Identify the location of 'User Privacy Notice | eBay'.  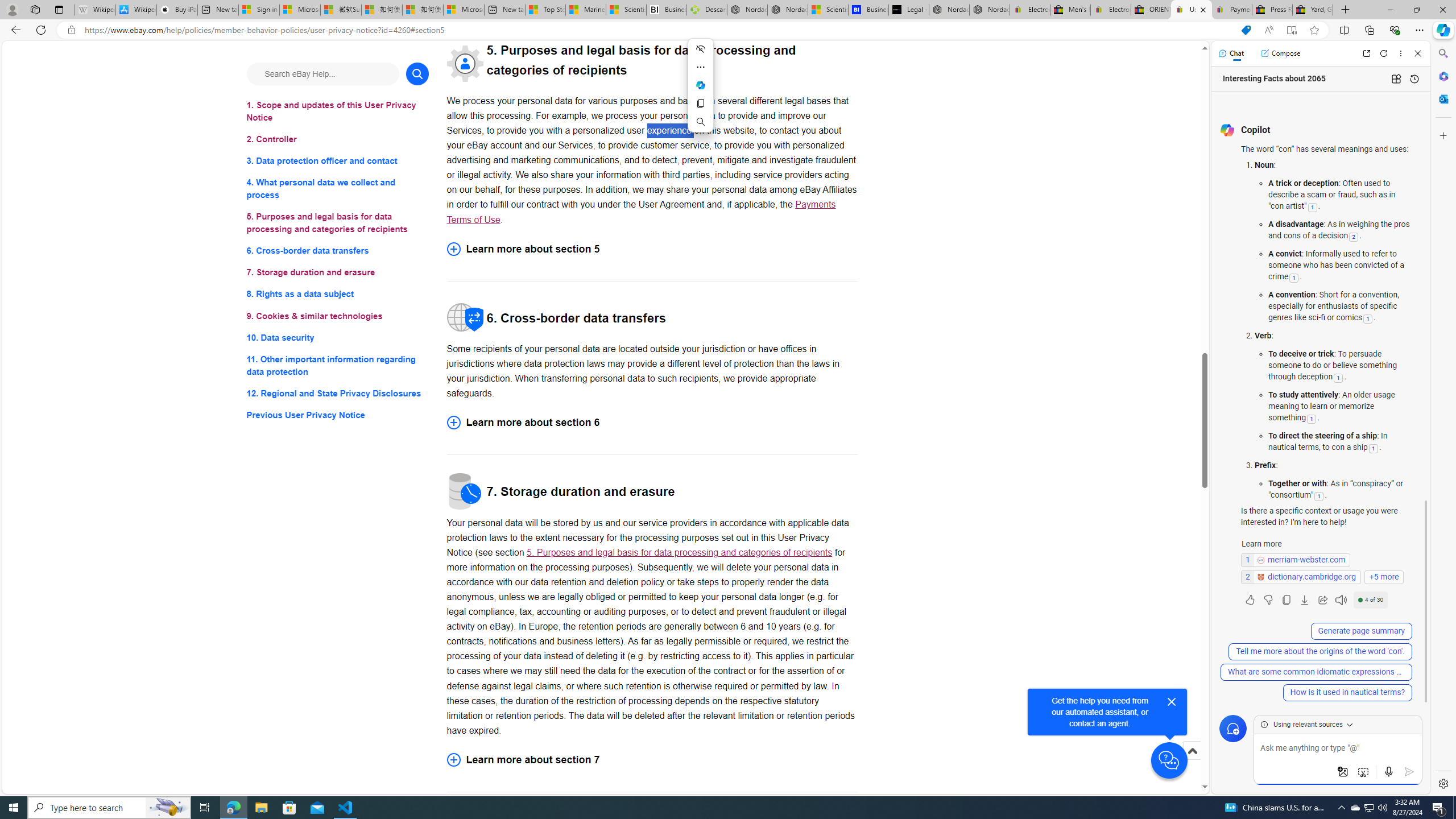
(1192, 9).